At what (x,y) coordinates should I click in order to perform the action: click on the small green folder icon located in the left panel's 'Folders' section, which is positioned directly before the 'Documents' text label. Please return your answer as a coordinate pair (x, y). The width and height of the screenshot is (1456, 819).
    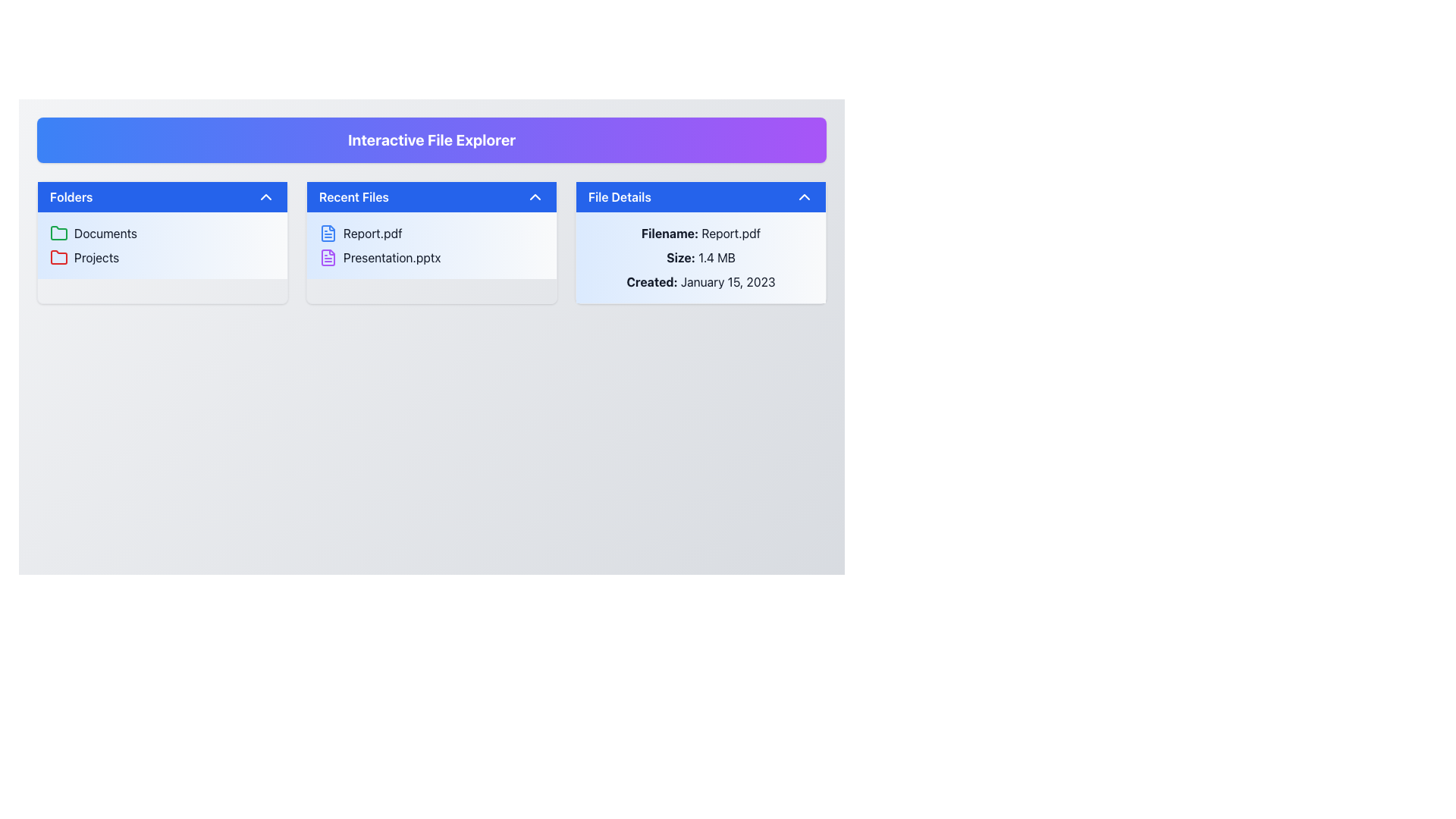
    Looking at the image, I should click on (58, 234).